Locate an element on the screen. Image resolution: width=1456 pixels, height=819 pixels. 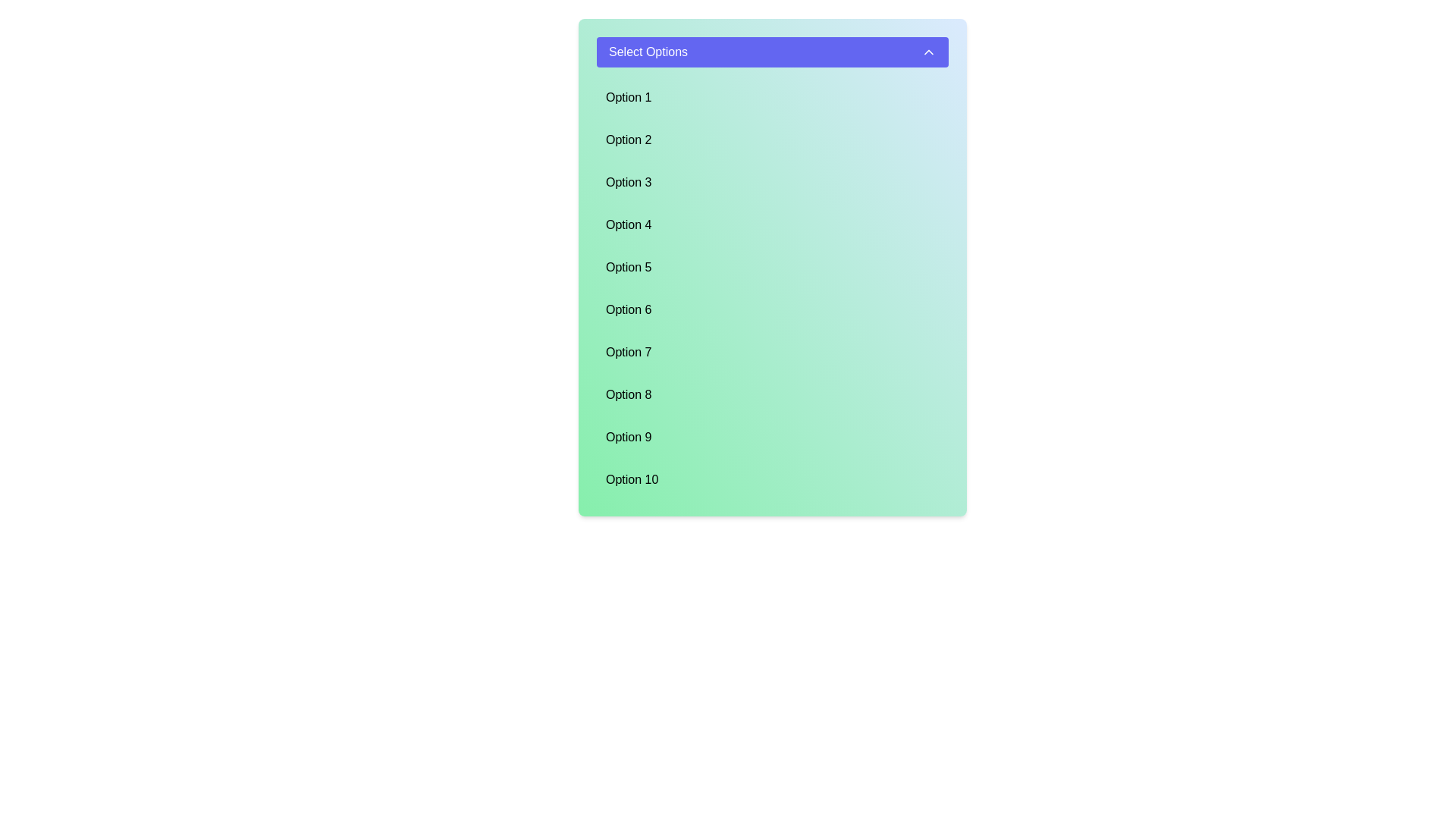
the 'Option 7' text label in the dropdown list, which is the seventh item in a vertical arrangement is located at coordinates (629, 353).